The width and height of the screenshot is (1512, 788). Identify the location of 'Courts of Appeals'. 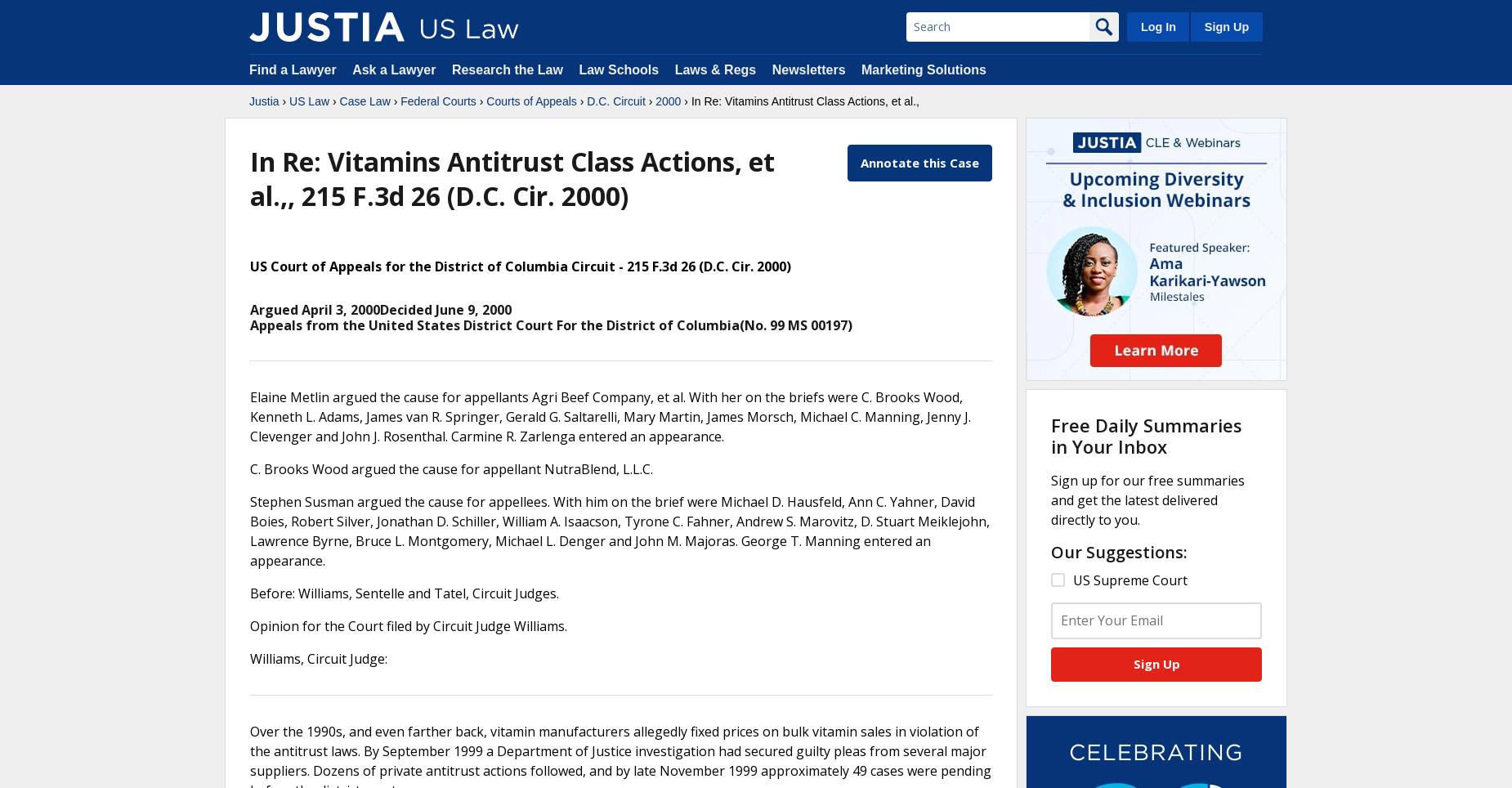
(485, 101).